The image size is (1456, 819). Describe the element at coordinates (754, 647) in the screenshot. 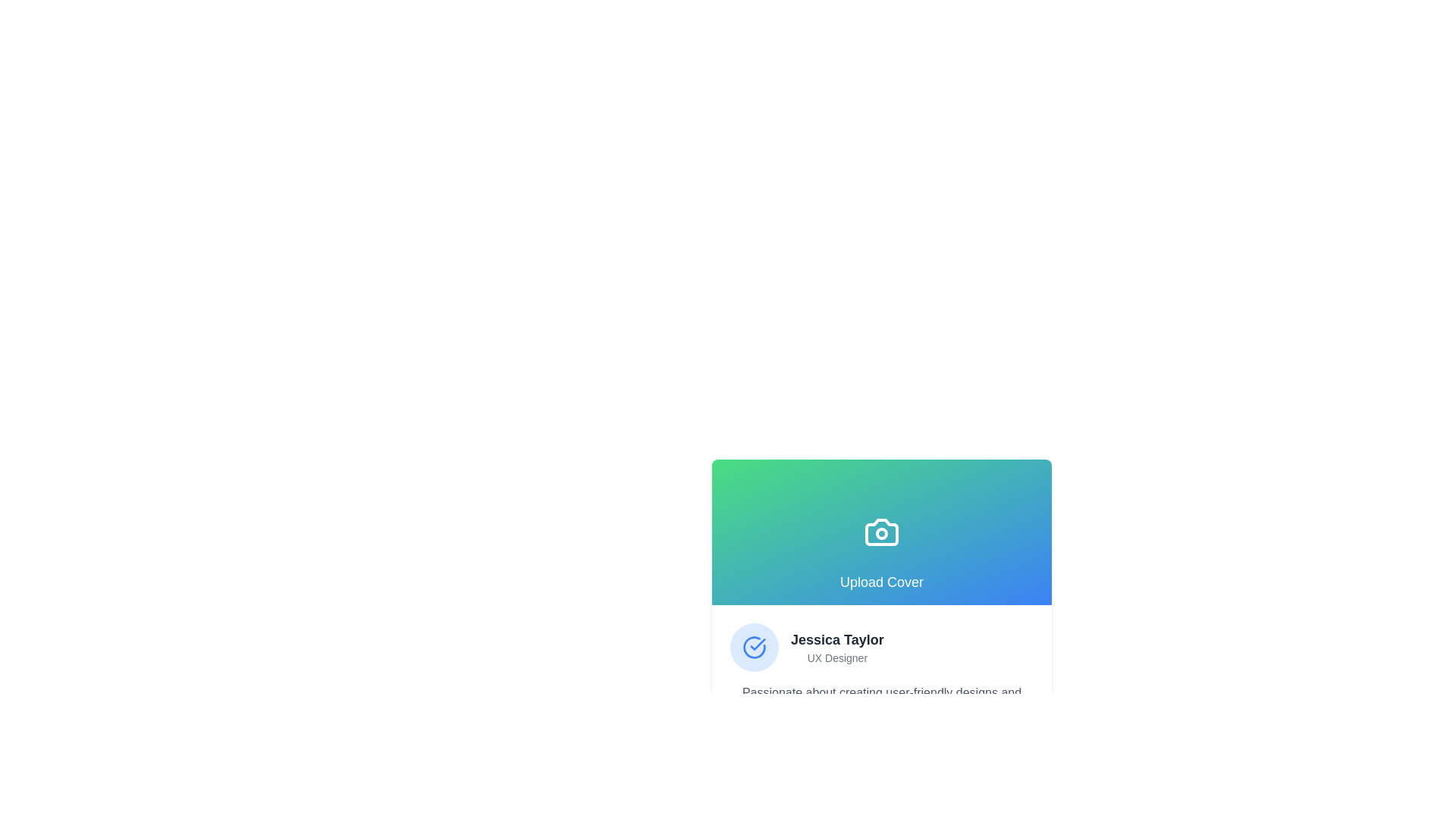

I see `the circular icon resembling part of a checkmark symbol, which is located in a blue circle background right before the text 'Jessica Taylor UX Designer'` at that location.